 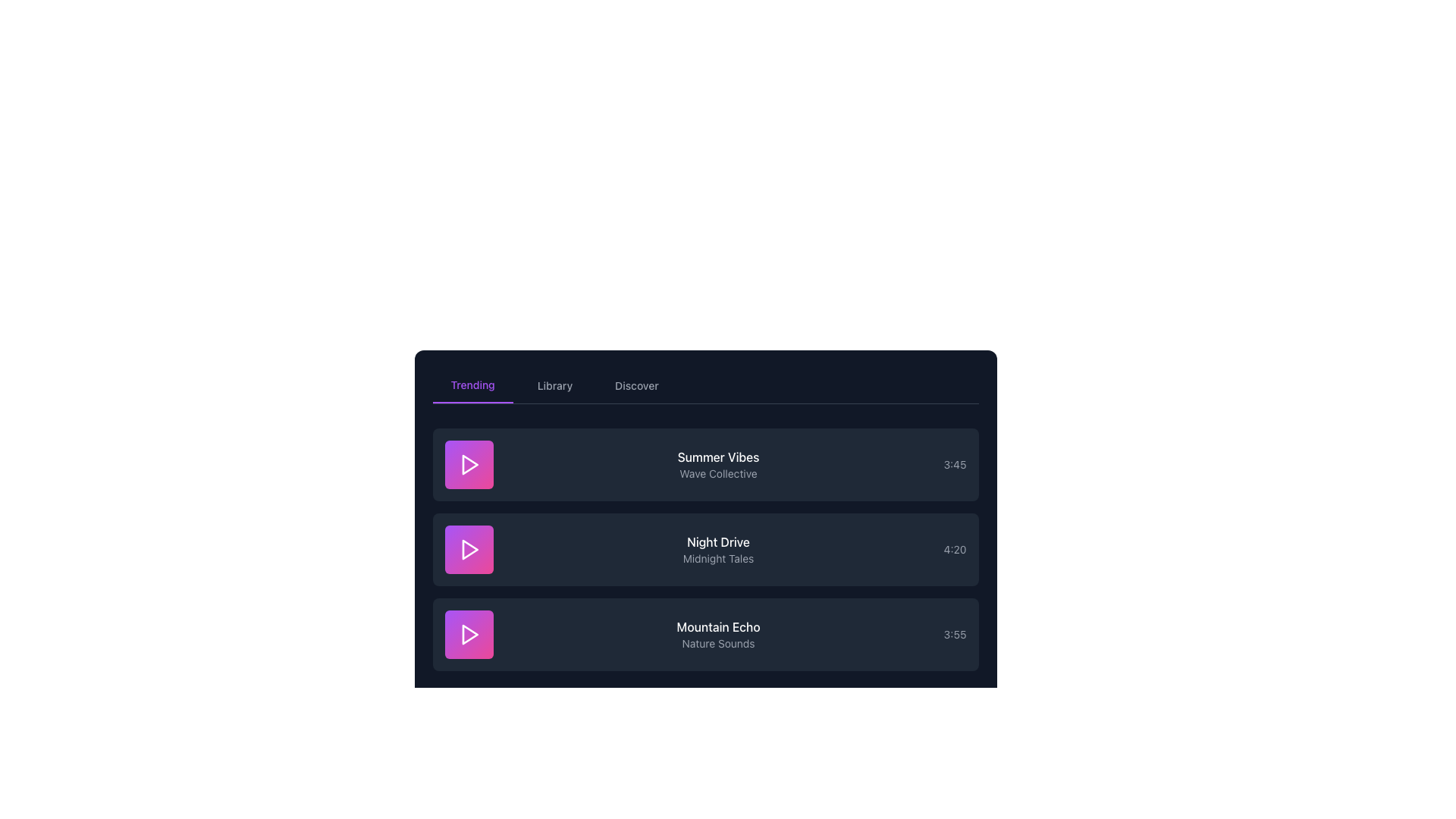 What do you see at coordinates (704, 550) in the screenshot?
I see `the item in the 'Trending' list, which features a play button icon and a gradient background` at bounding box center [704, 550].